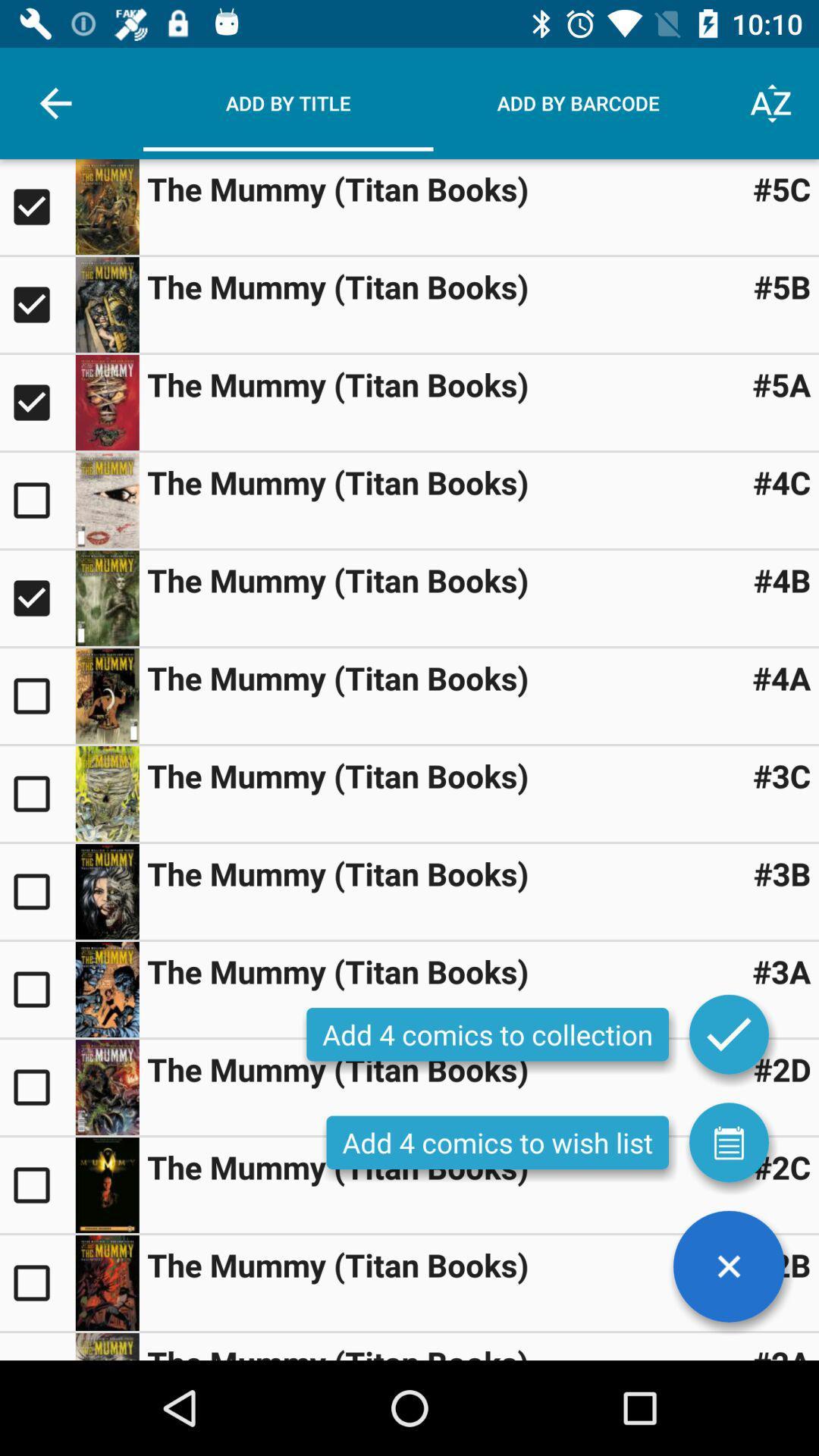 The image size is (819, 1456). I want to click on checkbox, so click(36, 695).